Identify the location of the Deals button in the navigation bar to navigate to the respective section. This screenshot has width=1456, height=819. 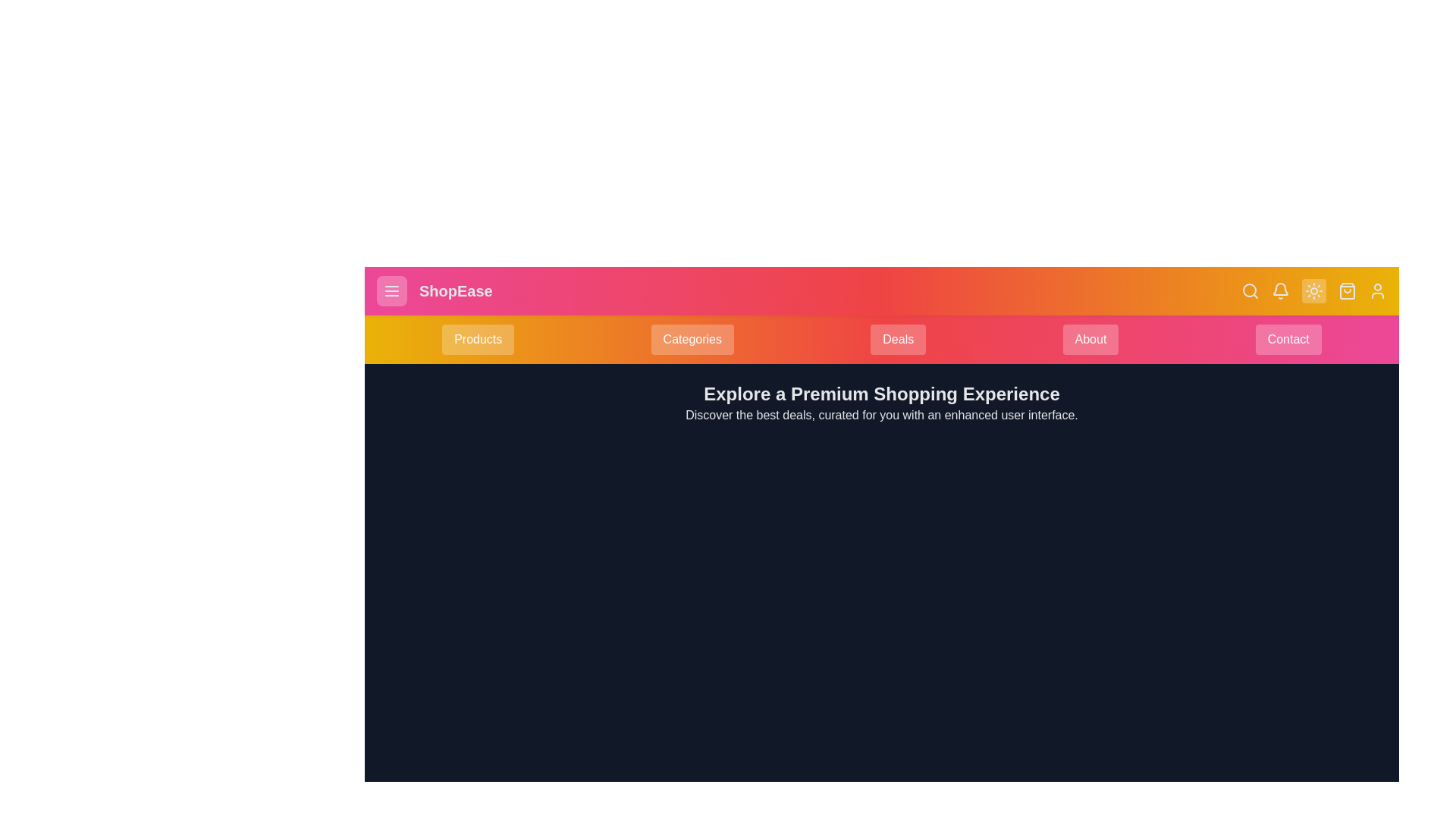
(899, 338).